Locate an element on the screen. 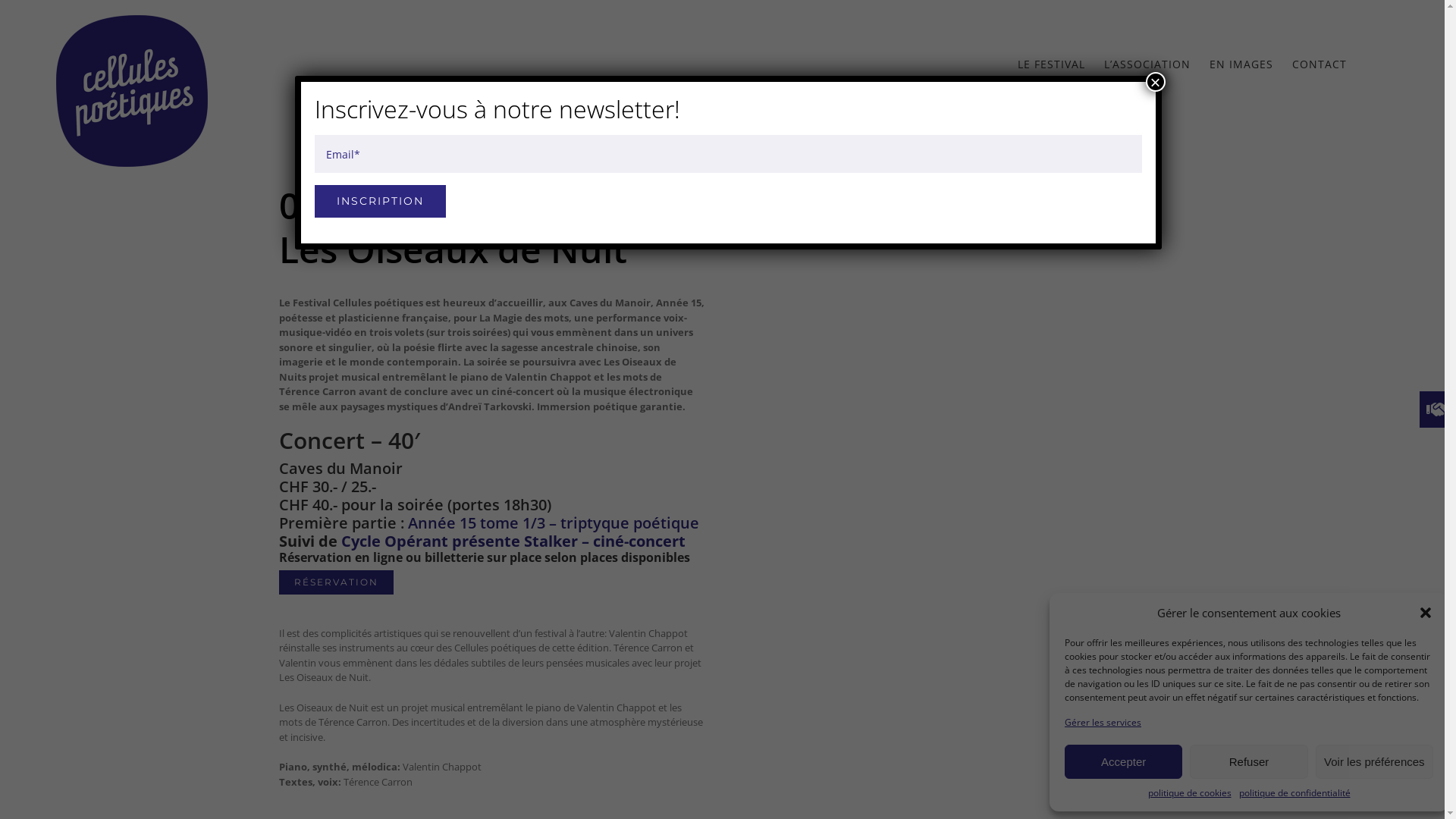 The image size is (1456, 819). 'Refuser' is located at coordinates (1189, 761).